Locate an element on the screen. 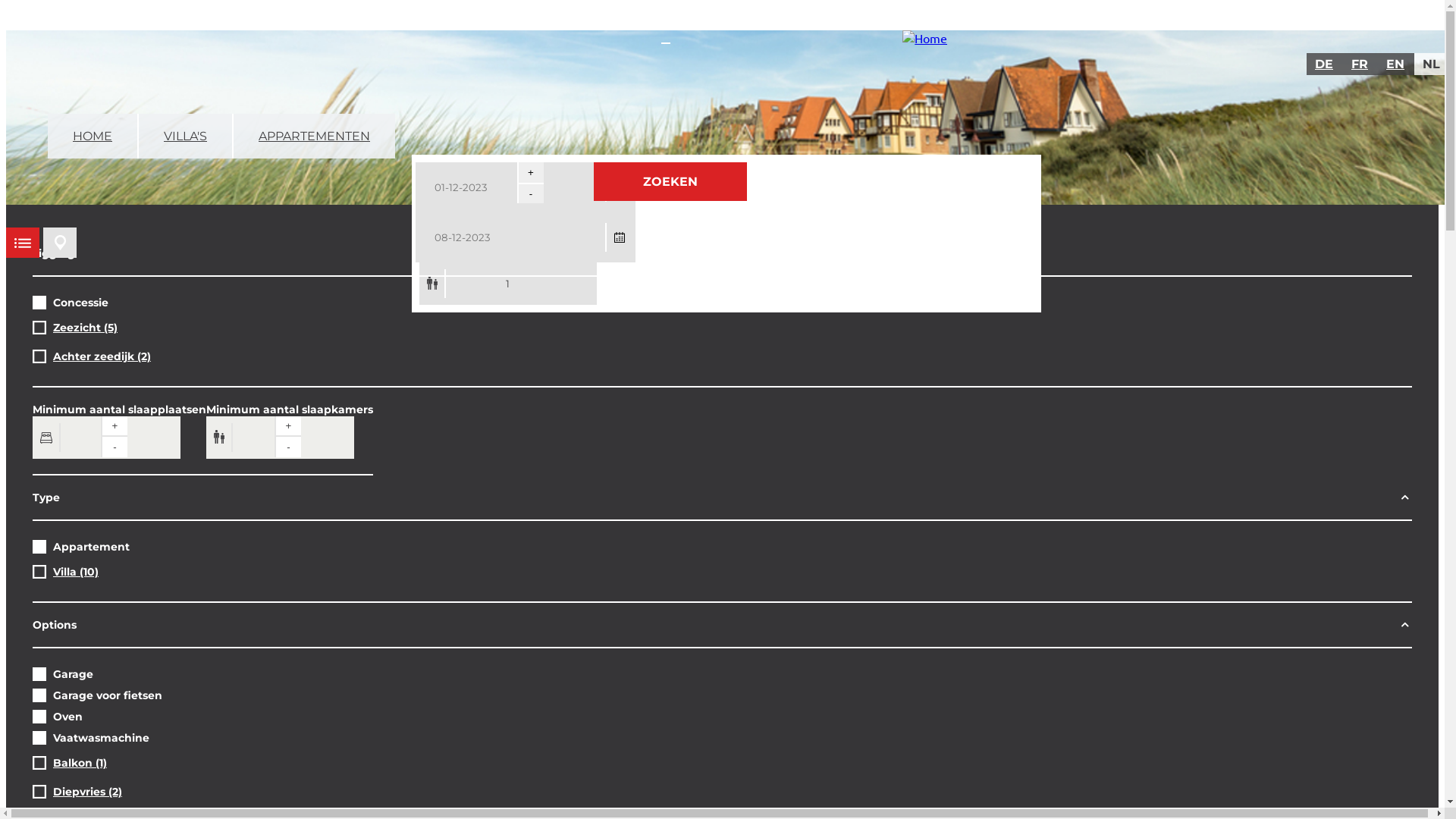  'Balkon (1) is located at coordinates (79, 763).